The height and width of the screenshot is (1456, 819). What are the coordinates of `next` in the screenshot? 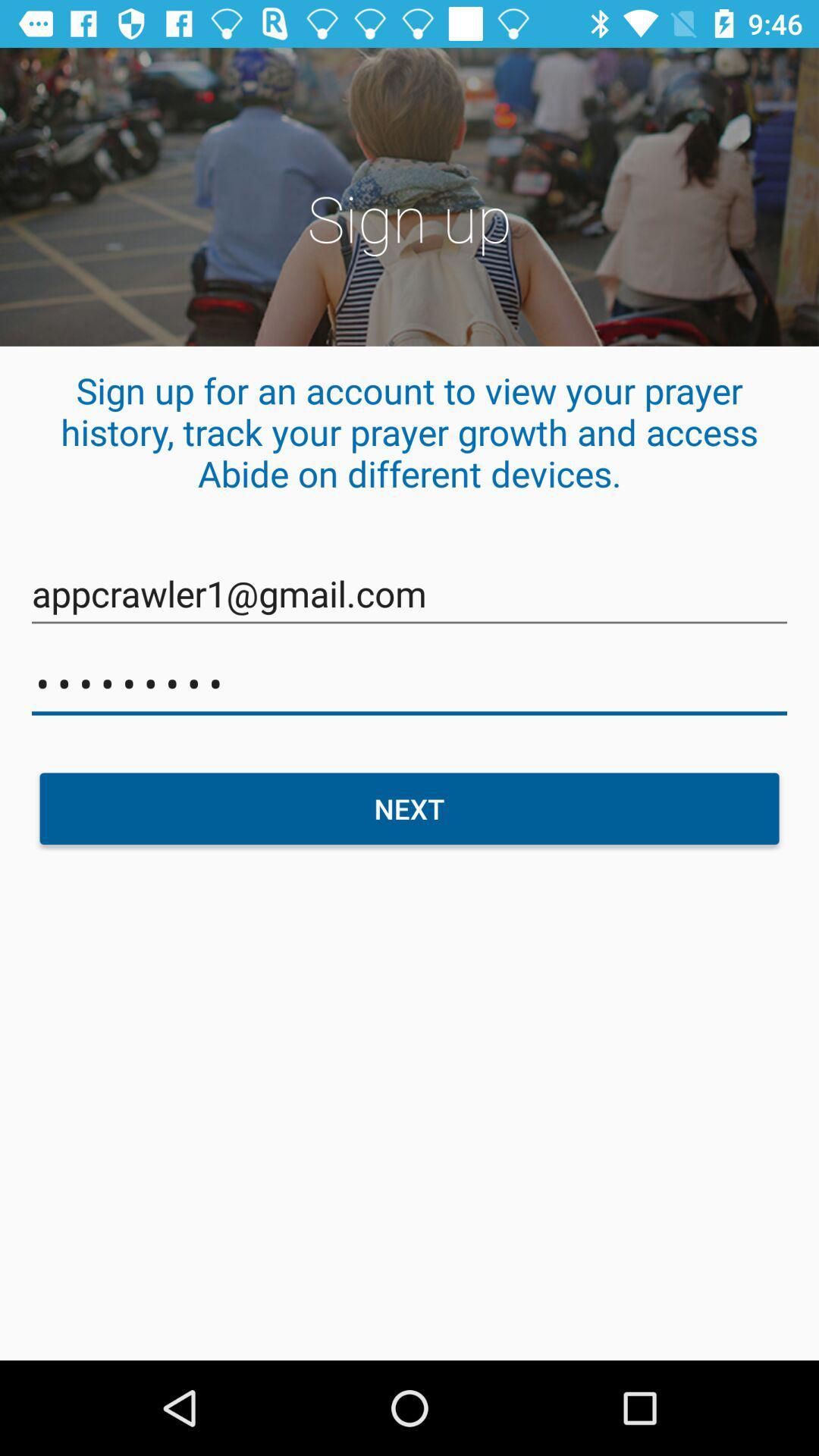 It's located at (409, 808).